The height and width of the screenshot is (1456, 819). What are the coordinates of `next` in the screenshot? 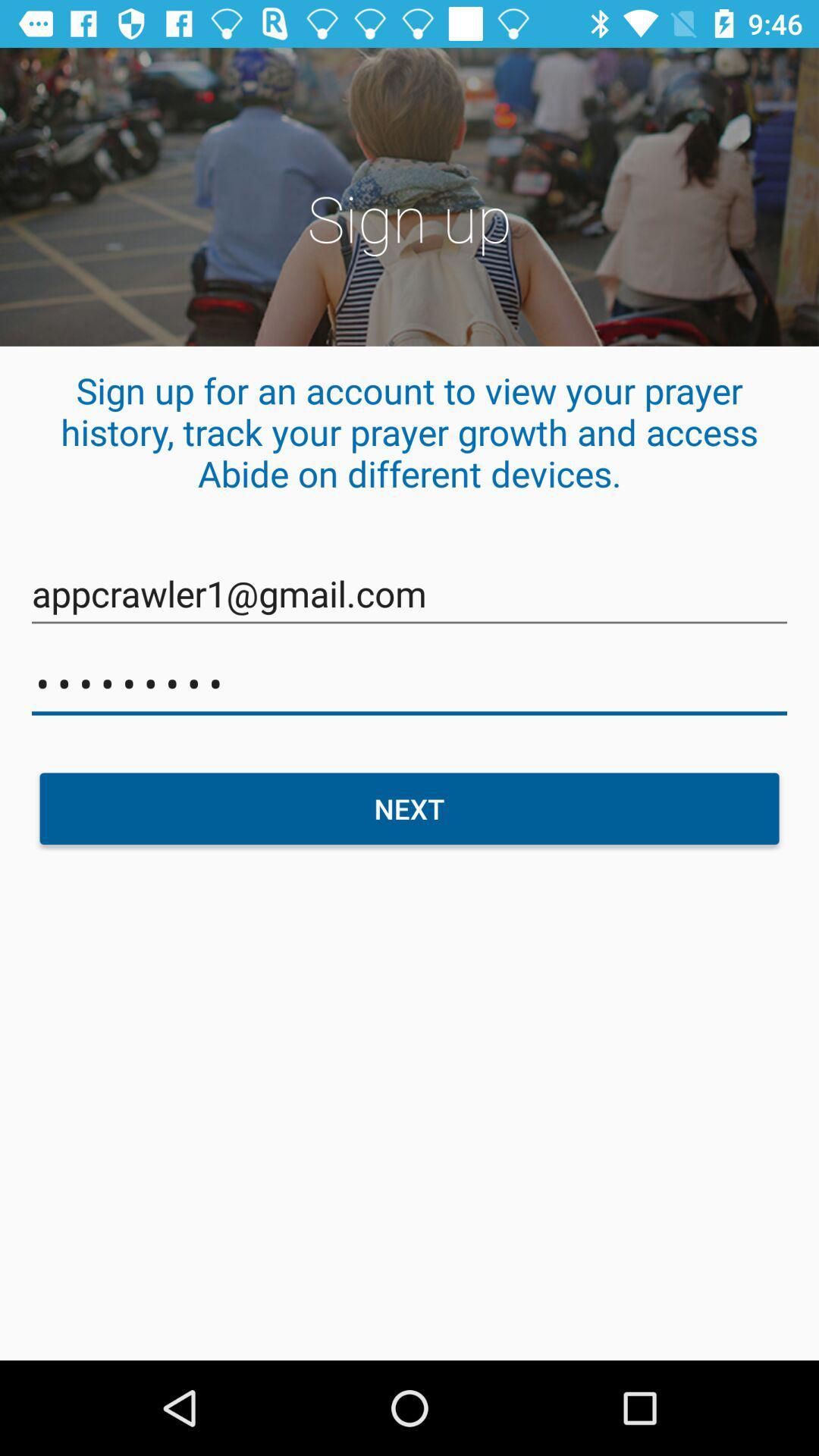 It's located at (409, 808).